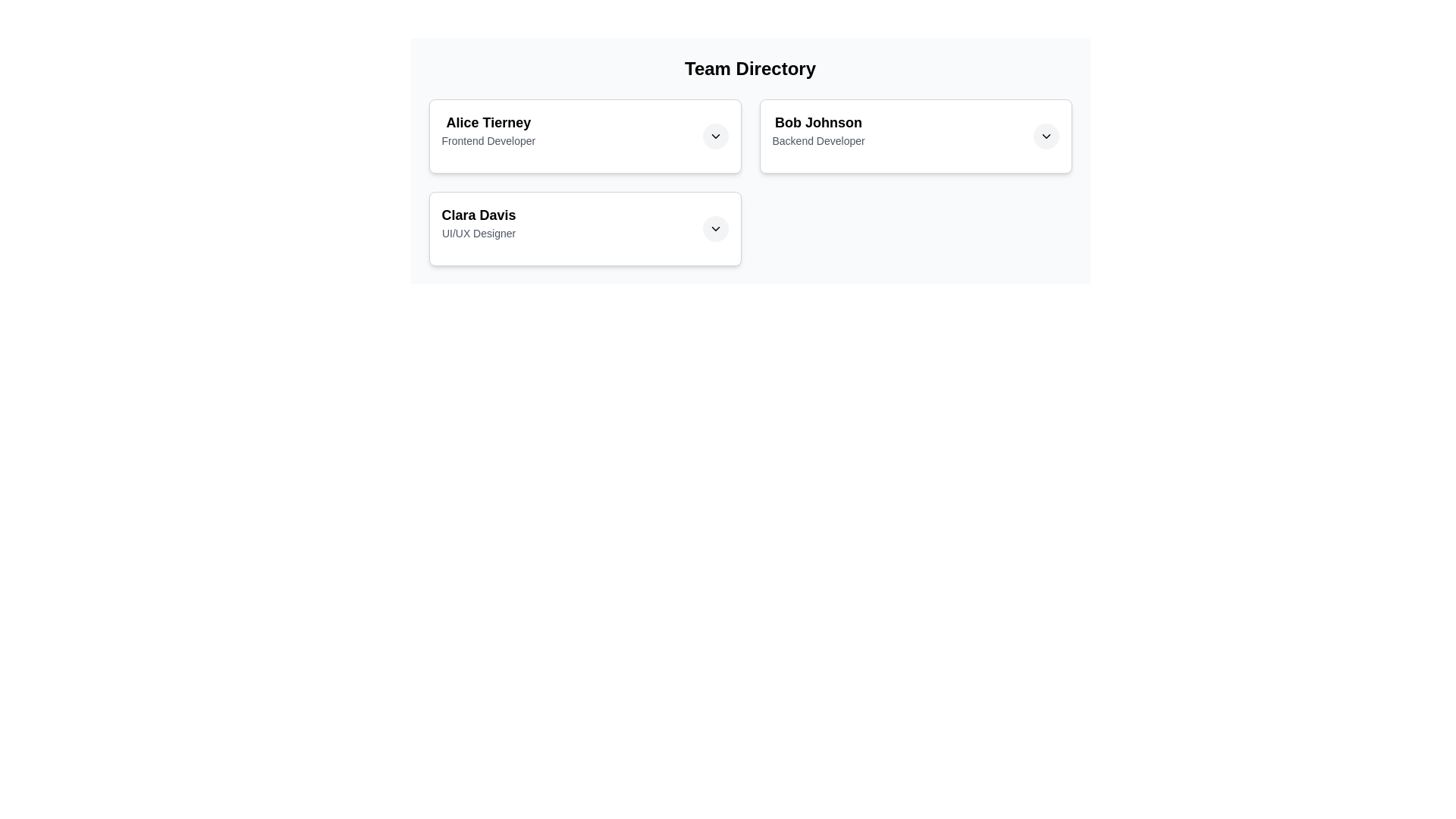 This screenshot has width=1456, height=819. Describe the element at coordinates (714, 228) in the screenshot. I see `the SVG icon in the button located on the third card representing Clara Davis` at that location.